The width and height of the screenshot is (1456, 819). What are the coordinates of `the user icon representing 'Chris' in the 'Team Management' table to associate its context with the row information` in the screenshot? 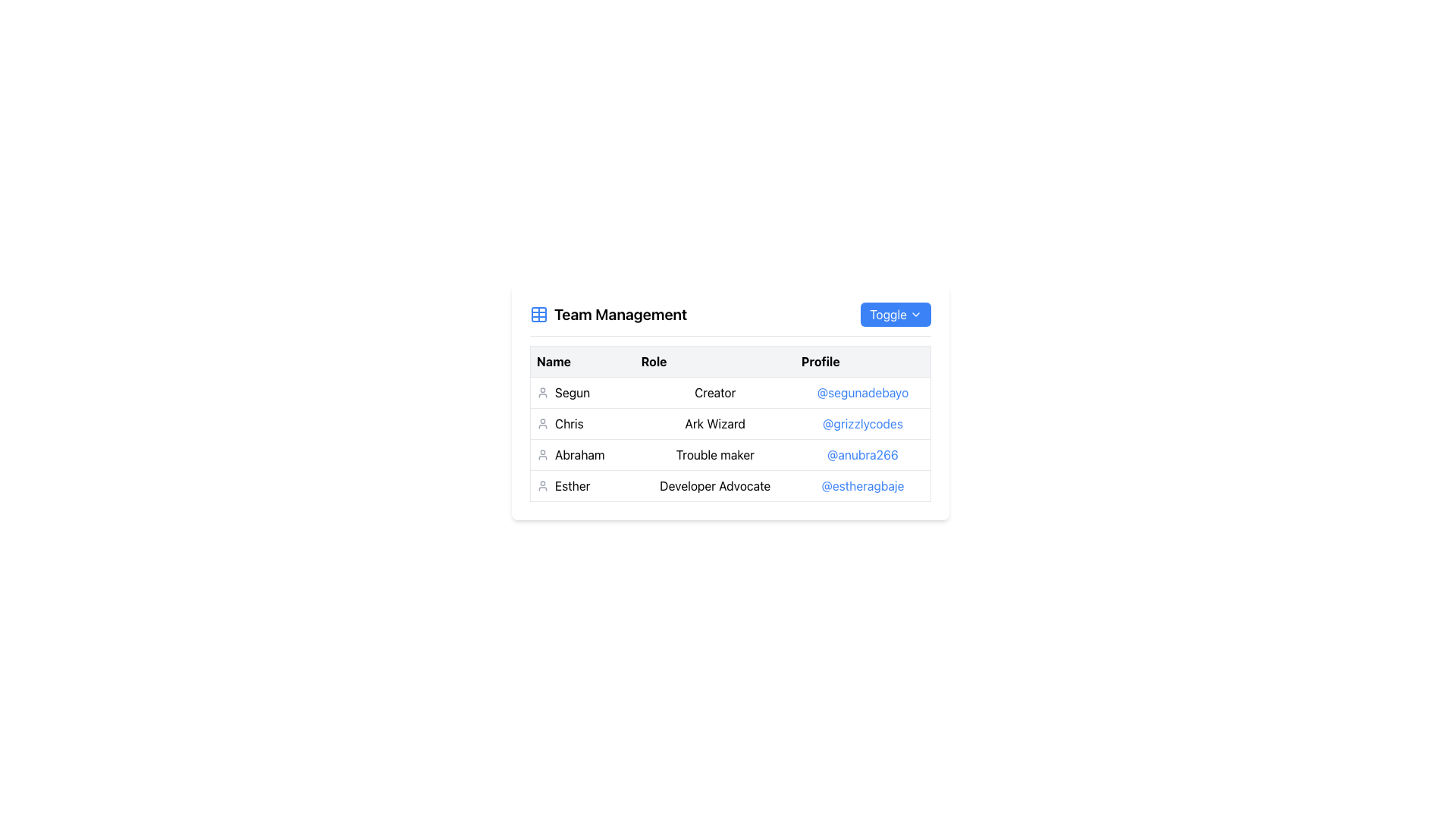 It's located at (542, 424).